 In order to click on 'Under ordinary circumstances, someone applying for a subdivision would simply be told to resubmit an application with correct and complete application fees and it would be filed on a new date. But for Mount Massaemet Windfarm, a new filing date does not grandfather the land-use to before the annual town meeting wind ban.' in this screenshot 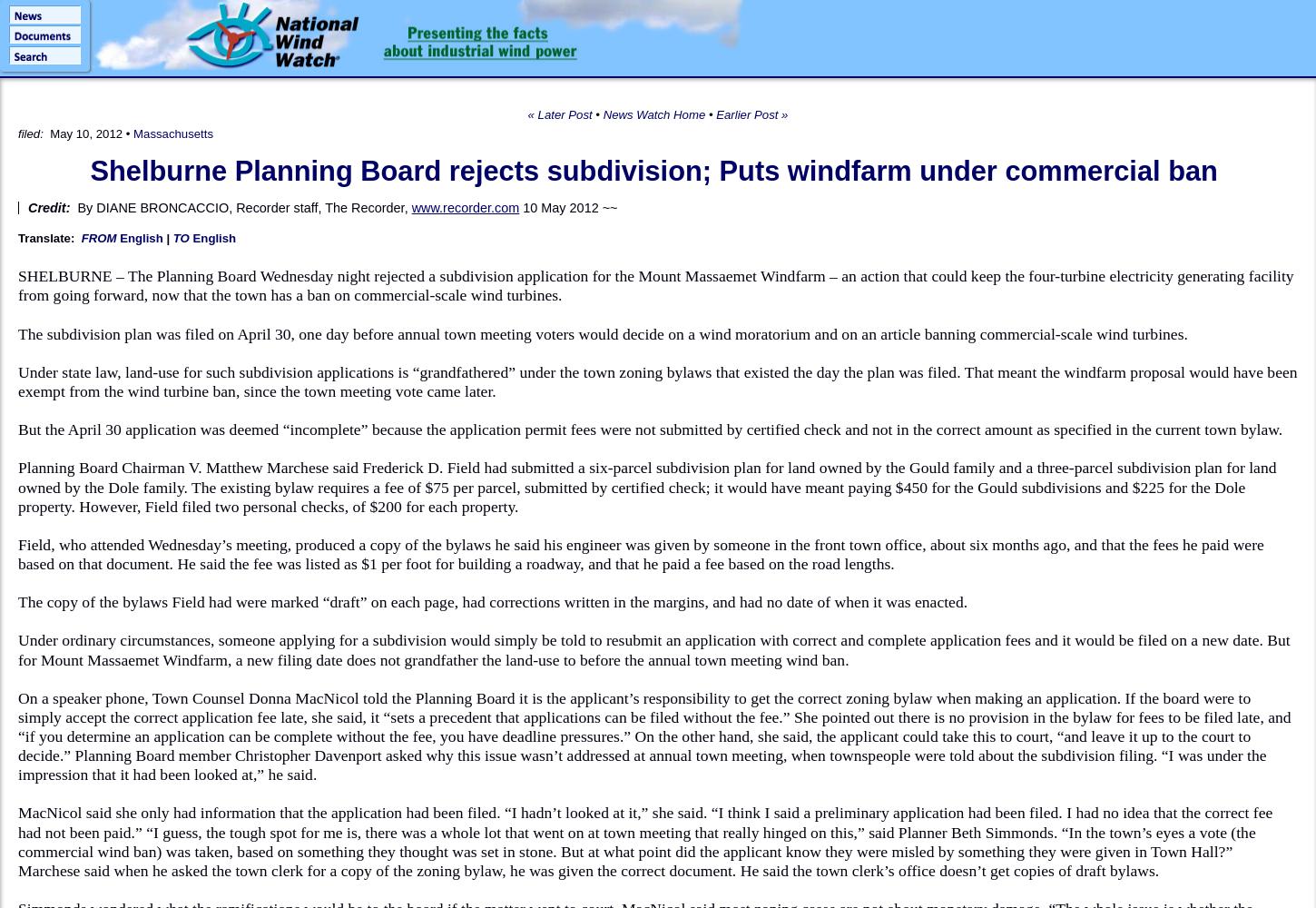, I will do `click(653, 648)`.